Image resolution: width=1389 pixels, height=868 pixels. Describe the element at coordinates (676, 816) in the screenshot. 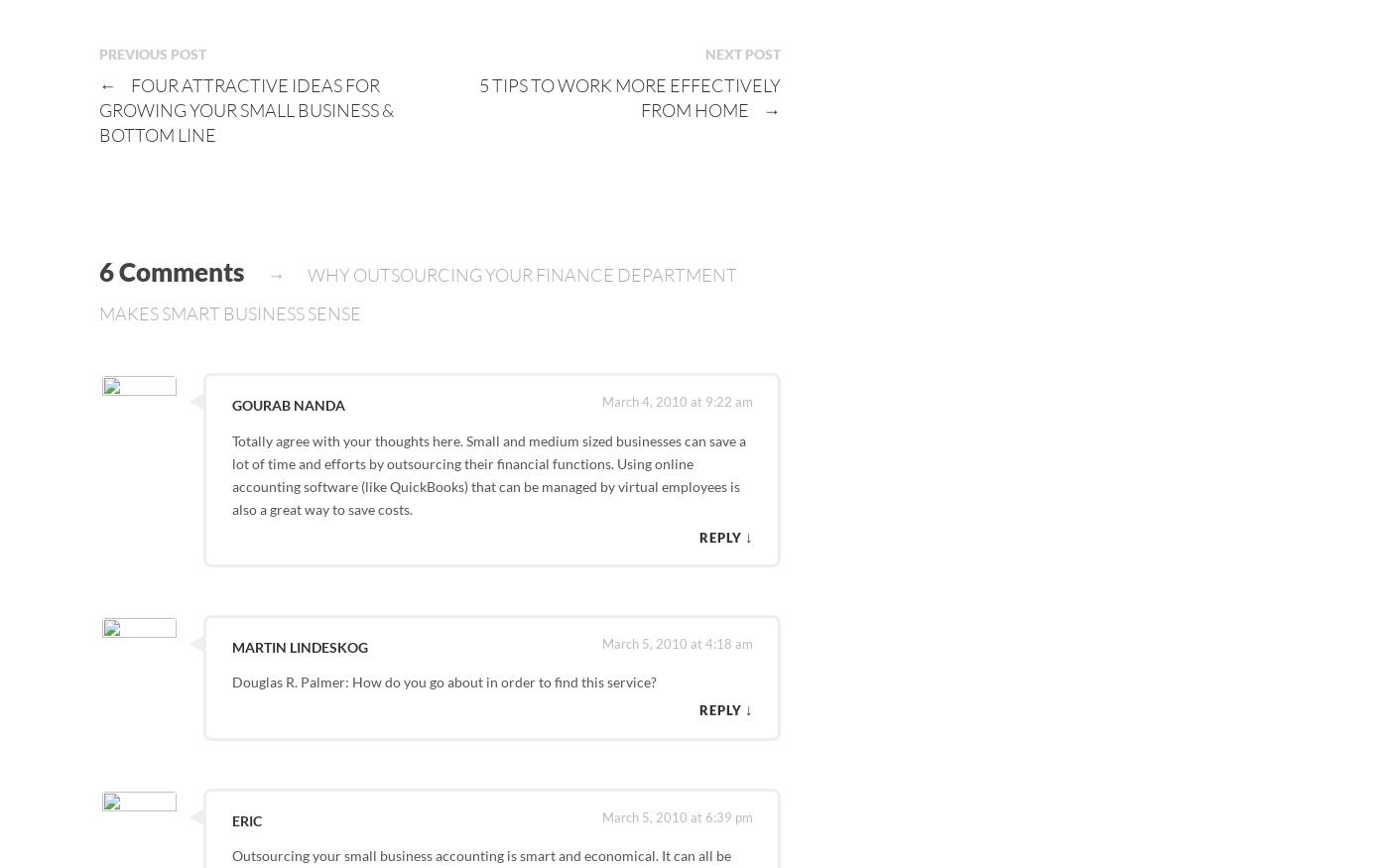

I see `'March 5, 2010 at 6:39 pm'` at that location.